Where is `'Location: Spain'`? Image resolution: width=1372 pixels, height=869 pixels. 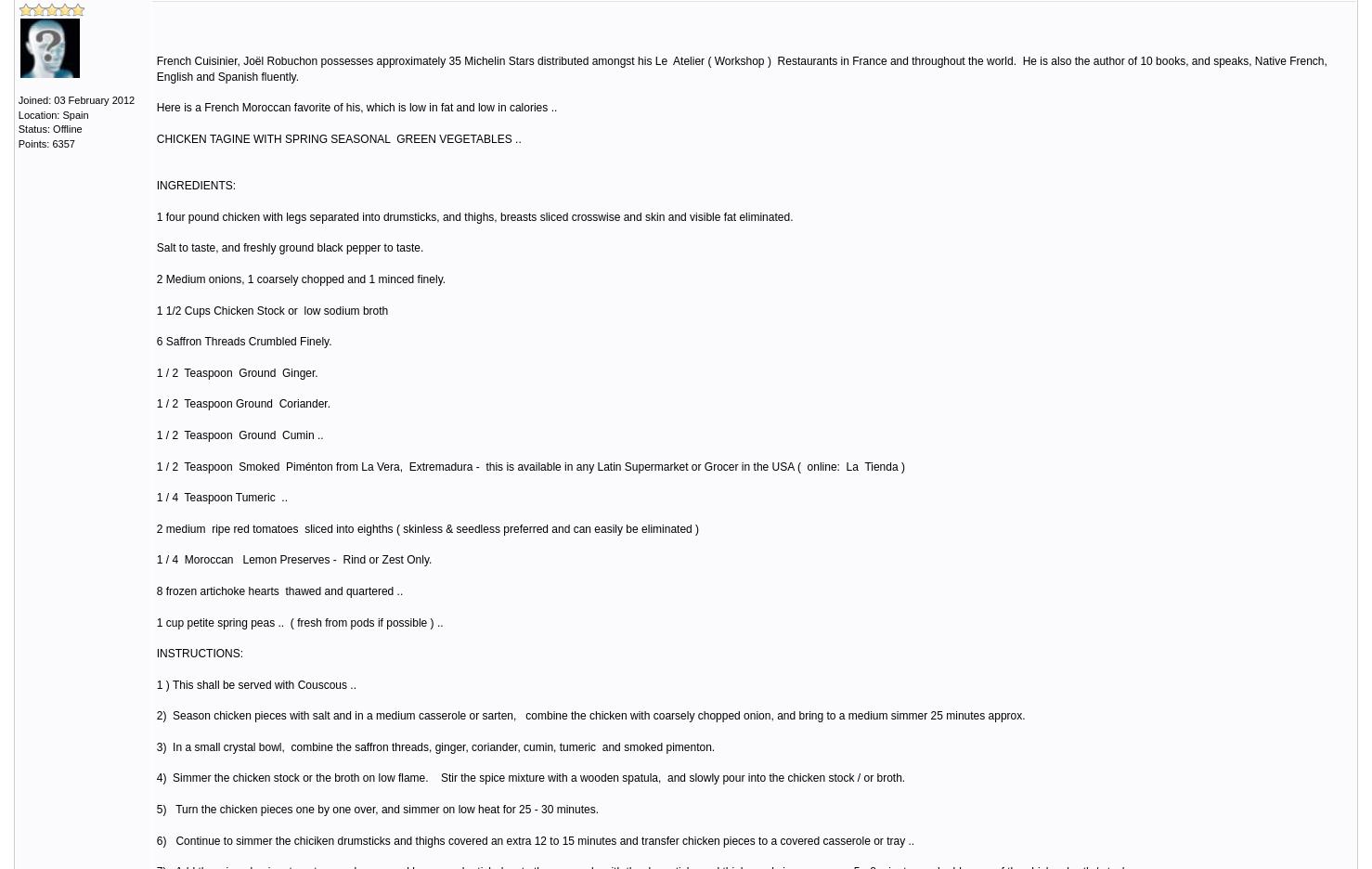
'Location: Spain' is located at coordinates (53, 113).